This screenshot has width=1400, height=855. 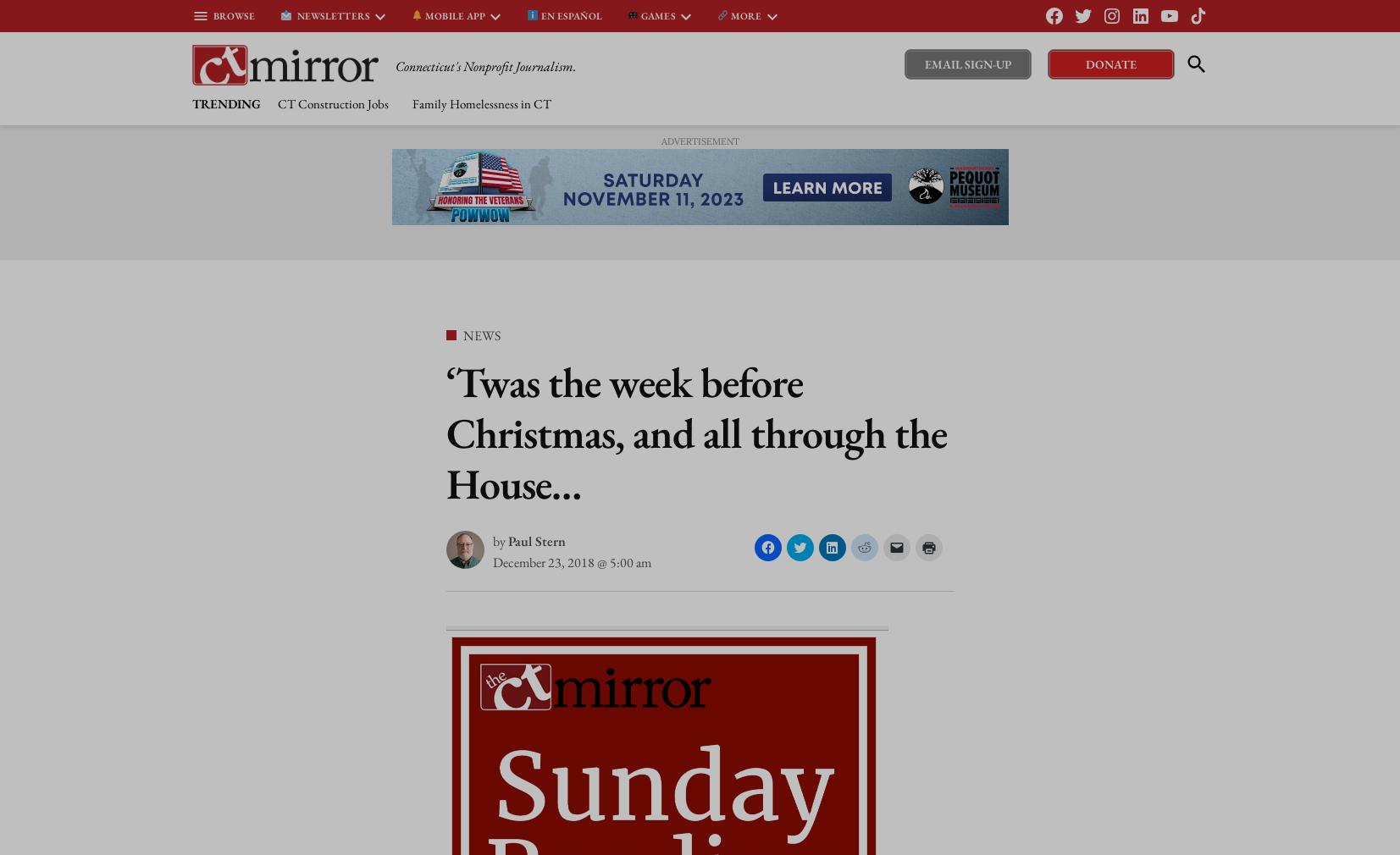 What do you see at coordinates (329, 14) in the screenshot?
I see `'Newsletters'` at bounding box center [329, 14].